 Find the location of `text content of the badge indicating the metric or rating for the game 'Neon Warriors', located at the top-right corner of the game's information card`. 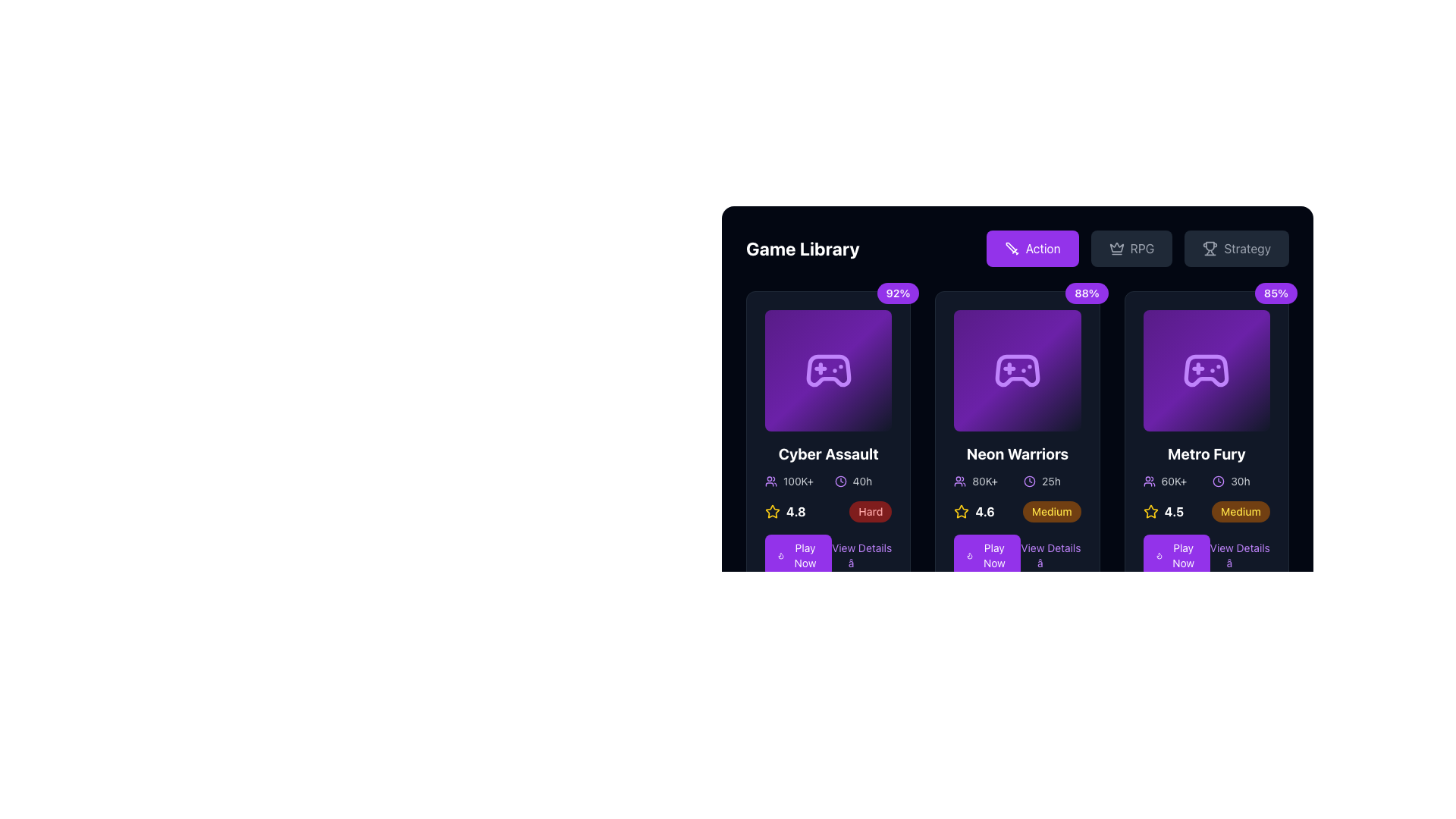

text content of the badge indicating the metric or rating for the game 'Neon Warriors', located at the top-right corner of the game's information card is located at coordinates (1086, 293).